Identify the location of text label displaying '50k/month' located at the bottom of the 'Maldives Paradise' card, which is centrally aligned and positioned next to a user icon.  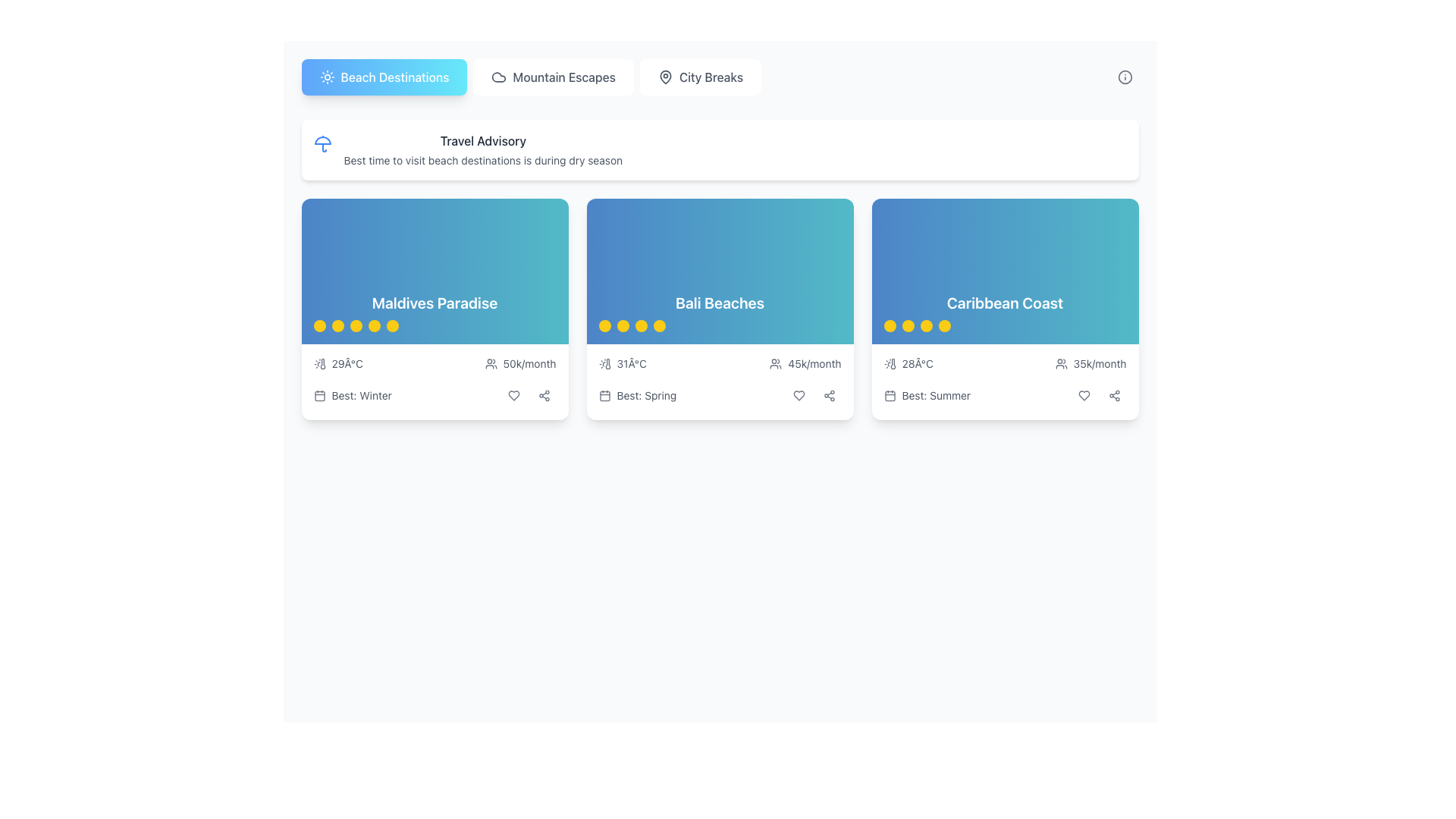
(529, 363).